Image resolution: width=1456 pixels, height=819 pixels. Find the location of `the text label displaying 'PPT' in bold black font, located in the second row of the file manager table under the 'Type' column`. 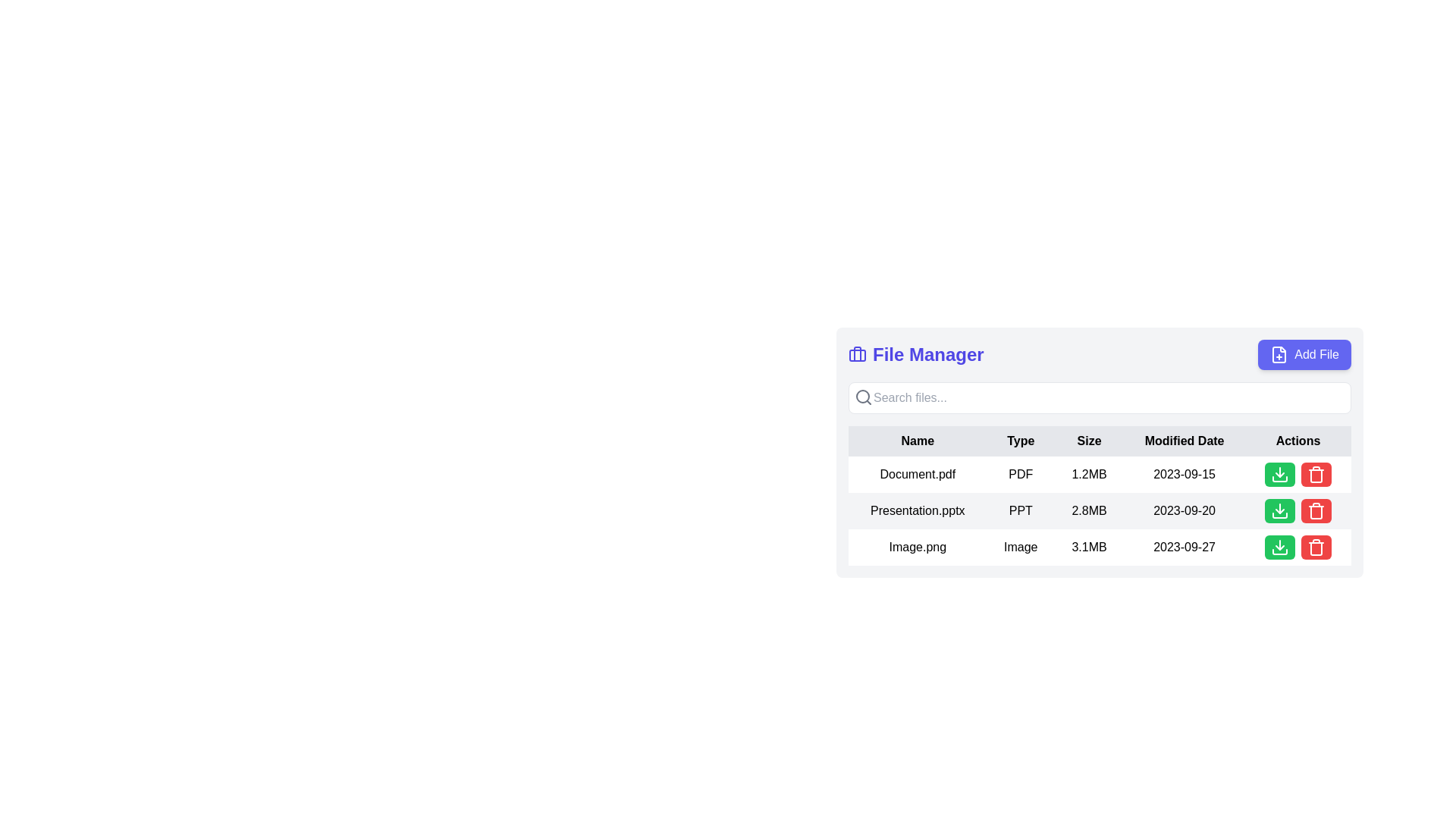

the text label displaying 'PPT' in bold black font, located in the second row of the file manager table under the 'Type' column is located at coordinates (1021, 511).